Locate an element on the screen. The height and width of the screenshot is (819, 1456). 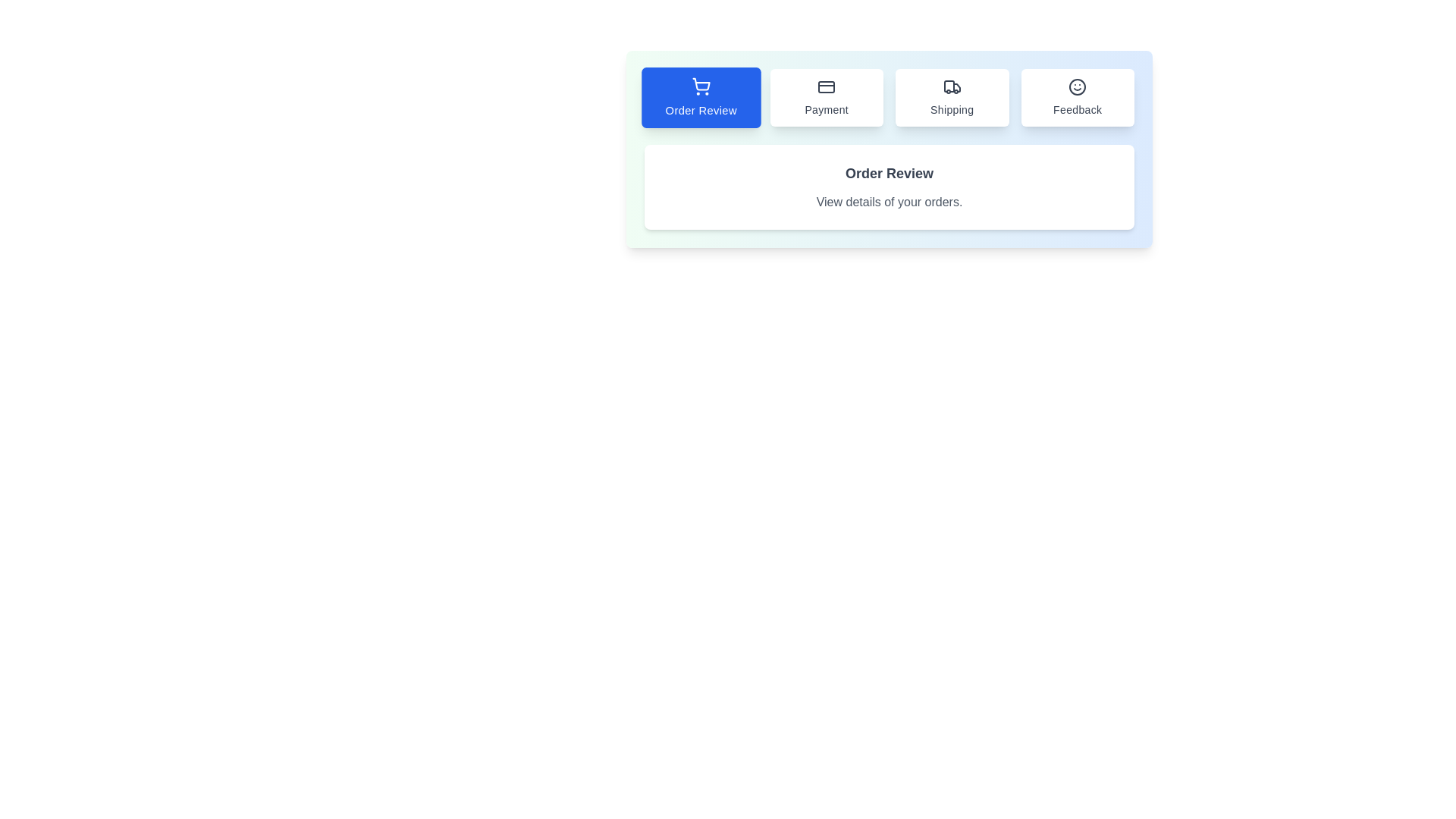
the circular vector graphic component within the 'Feedback' smiley face icon located on the far right of the top bar is located at coordinates (1077, 87).